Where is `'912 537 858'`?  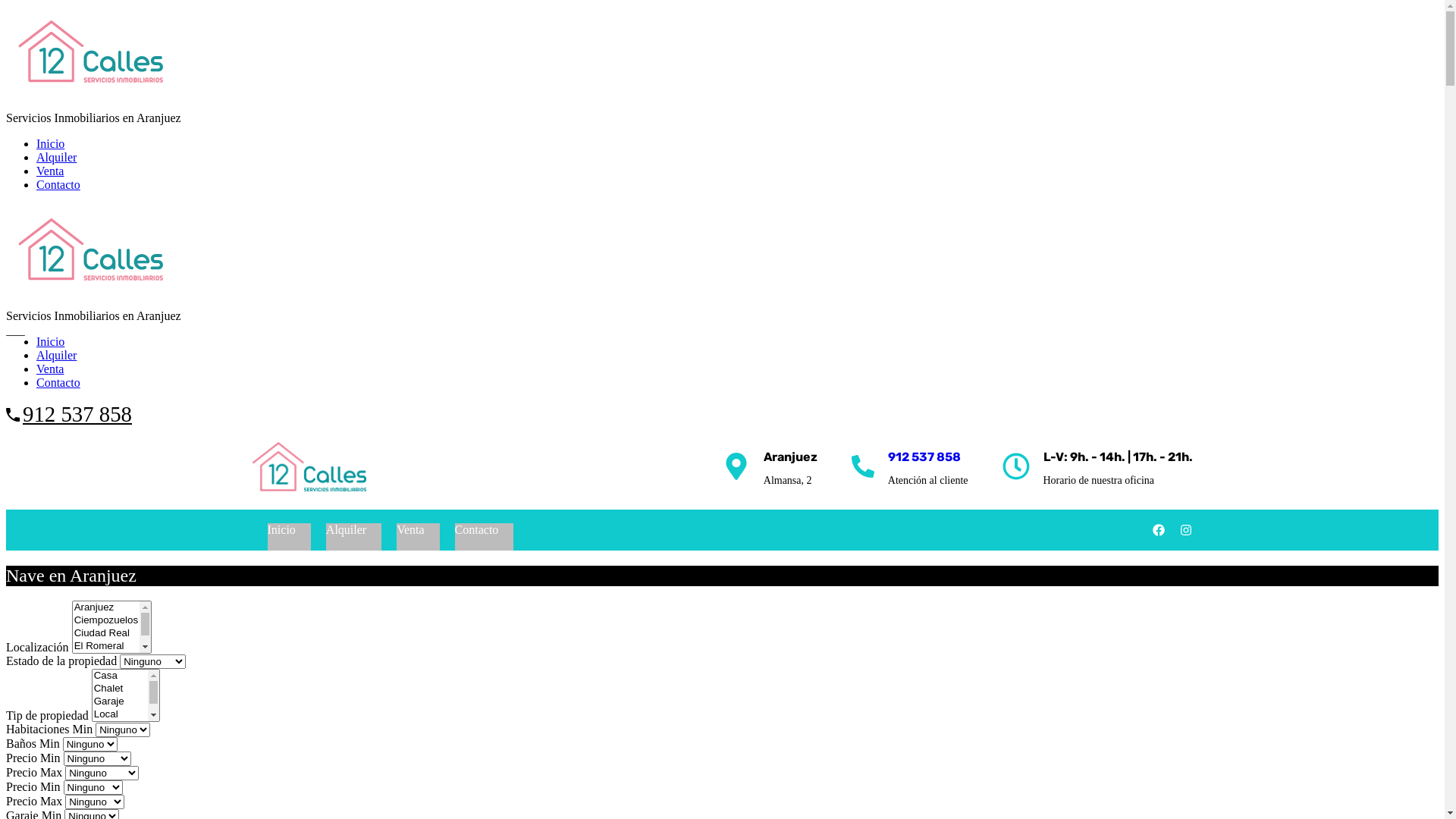 '912 537 858' is located at coordinates (76, 414).